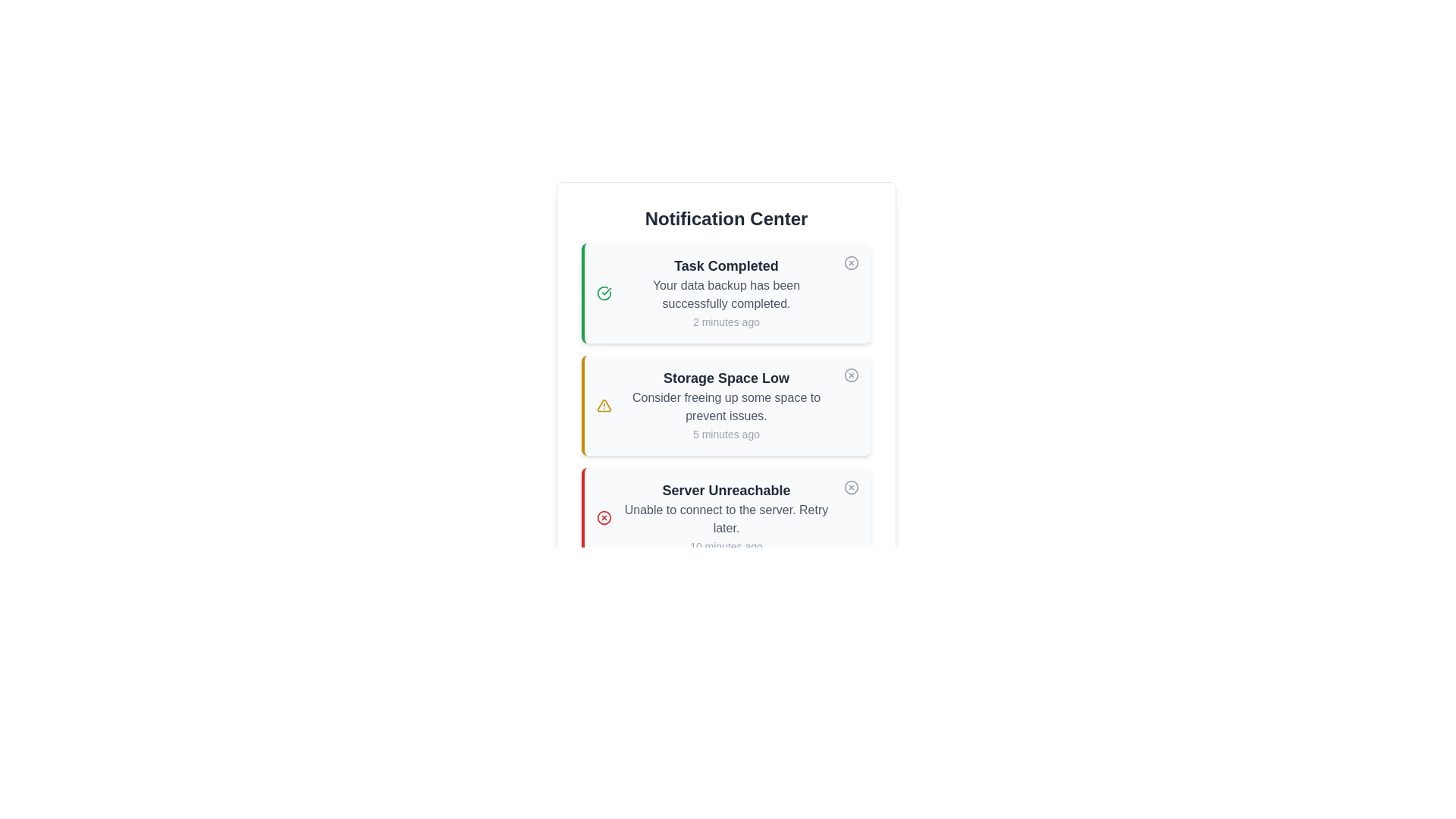  Describe the element at coordinates (726, 405) in the screenshot. I see `the Notification card with a yellow border that summarizes storage space usage, located centrally within the 'Notification Center' as the second notification` at that location.